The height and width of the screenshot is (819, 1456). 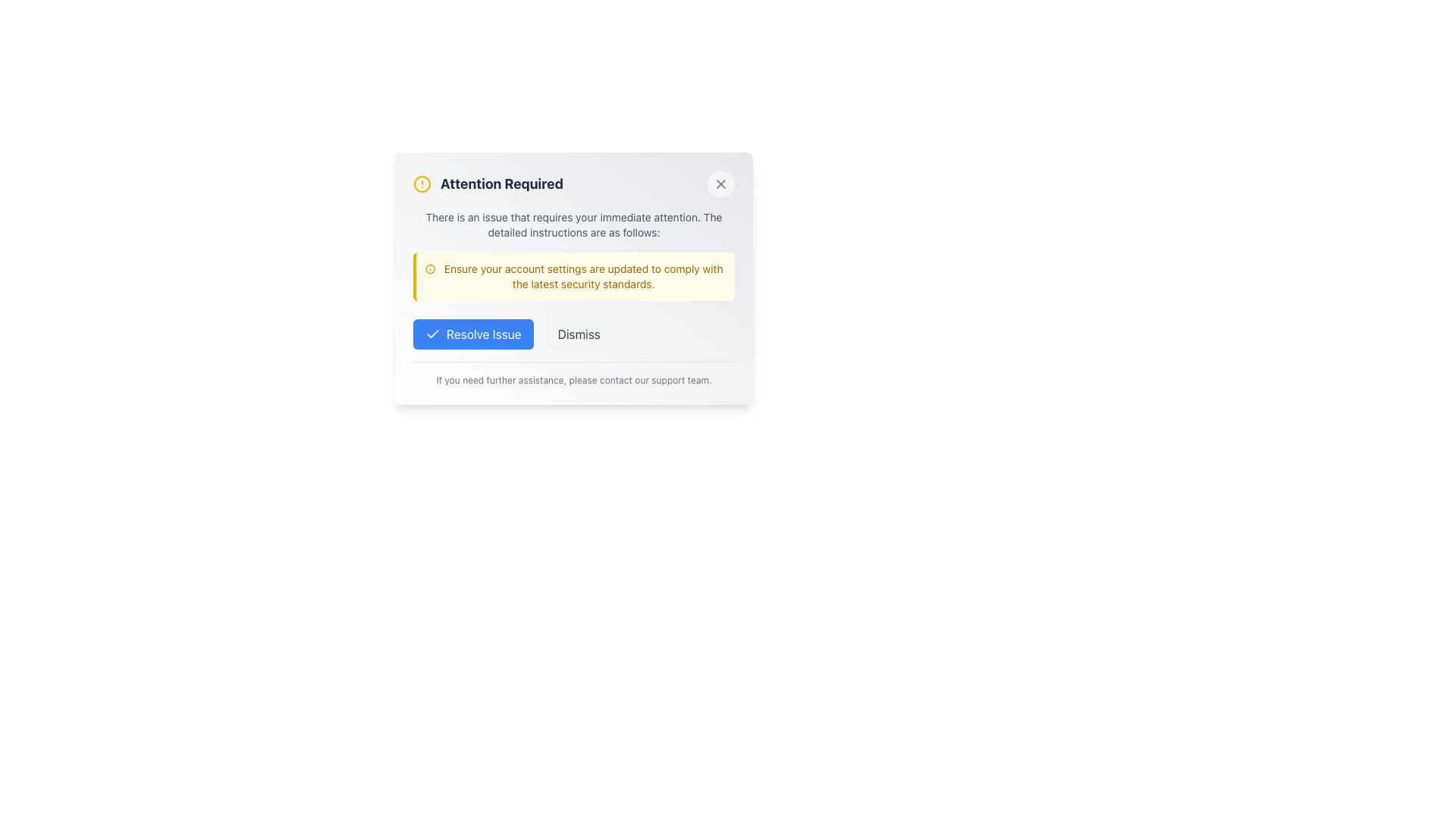 What do you see at coordinates (422, 184) in the screenshot?
I see `the decorative circle element that signifies a warning in the 'Attention Required' dialog box` at bounding box center [422, 184].